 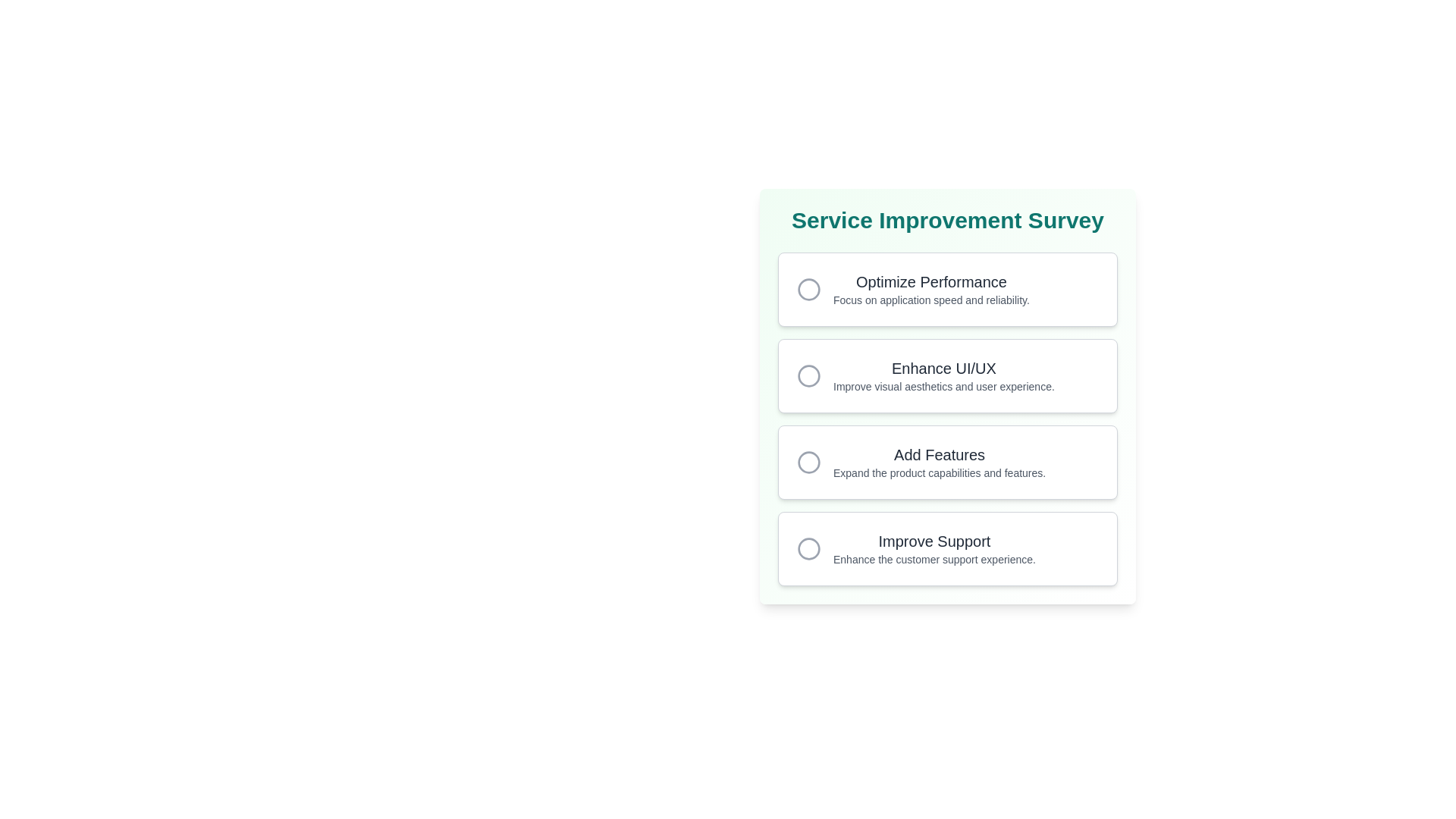 What do you see at coordinates (934, 540) in the screenshot?
I see `the Text element that serves as the title or heading for the survey option, which is positioned at the bottom of the survey section, above a descriptive text` at bounding box center [934, 540].